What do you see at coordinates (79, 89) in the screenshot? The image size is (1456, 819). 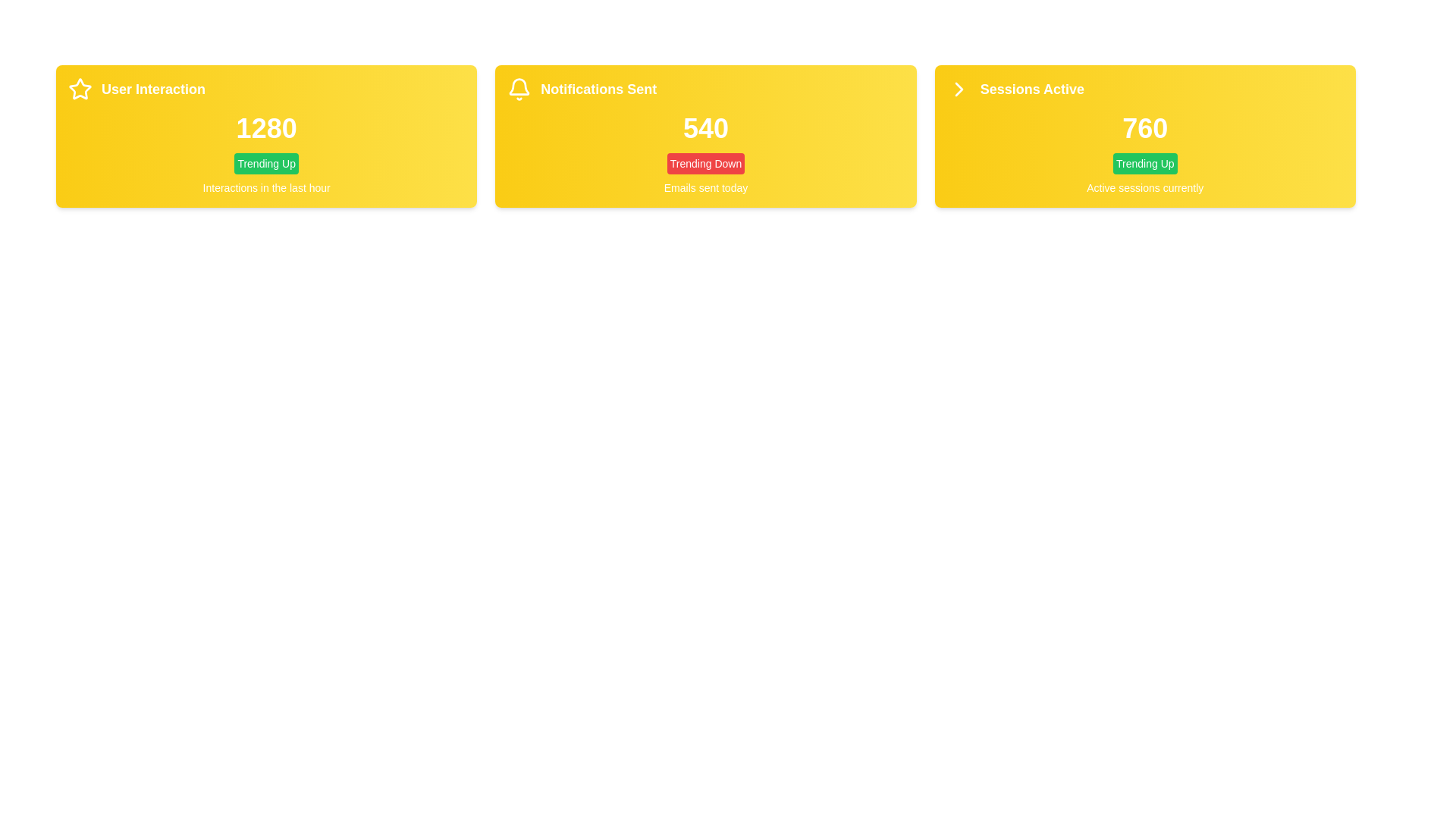 I see `the decorative star icon located at the top left corner of the 'User Interaction' section panel` at bounding box center [79, 89].